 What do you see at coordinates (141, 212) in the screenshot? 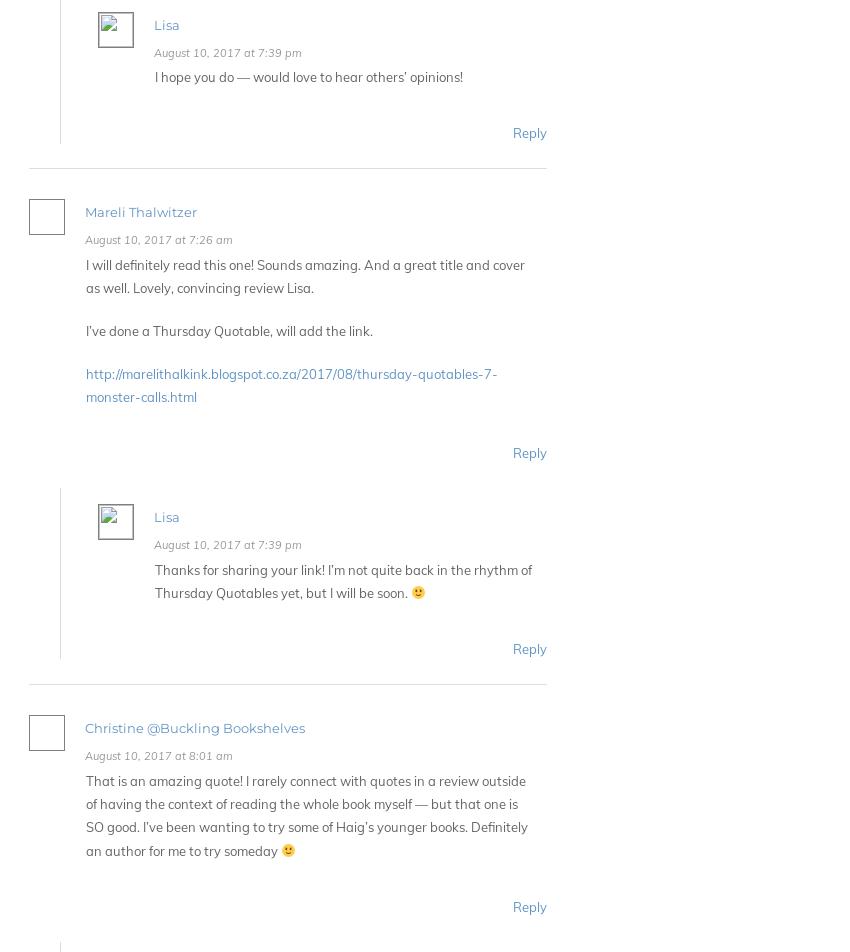
I see `'Mareli Thalwitzer'` at bounding box center [141, 212].